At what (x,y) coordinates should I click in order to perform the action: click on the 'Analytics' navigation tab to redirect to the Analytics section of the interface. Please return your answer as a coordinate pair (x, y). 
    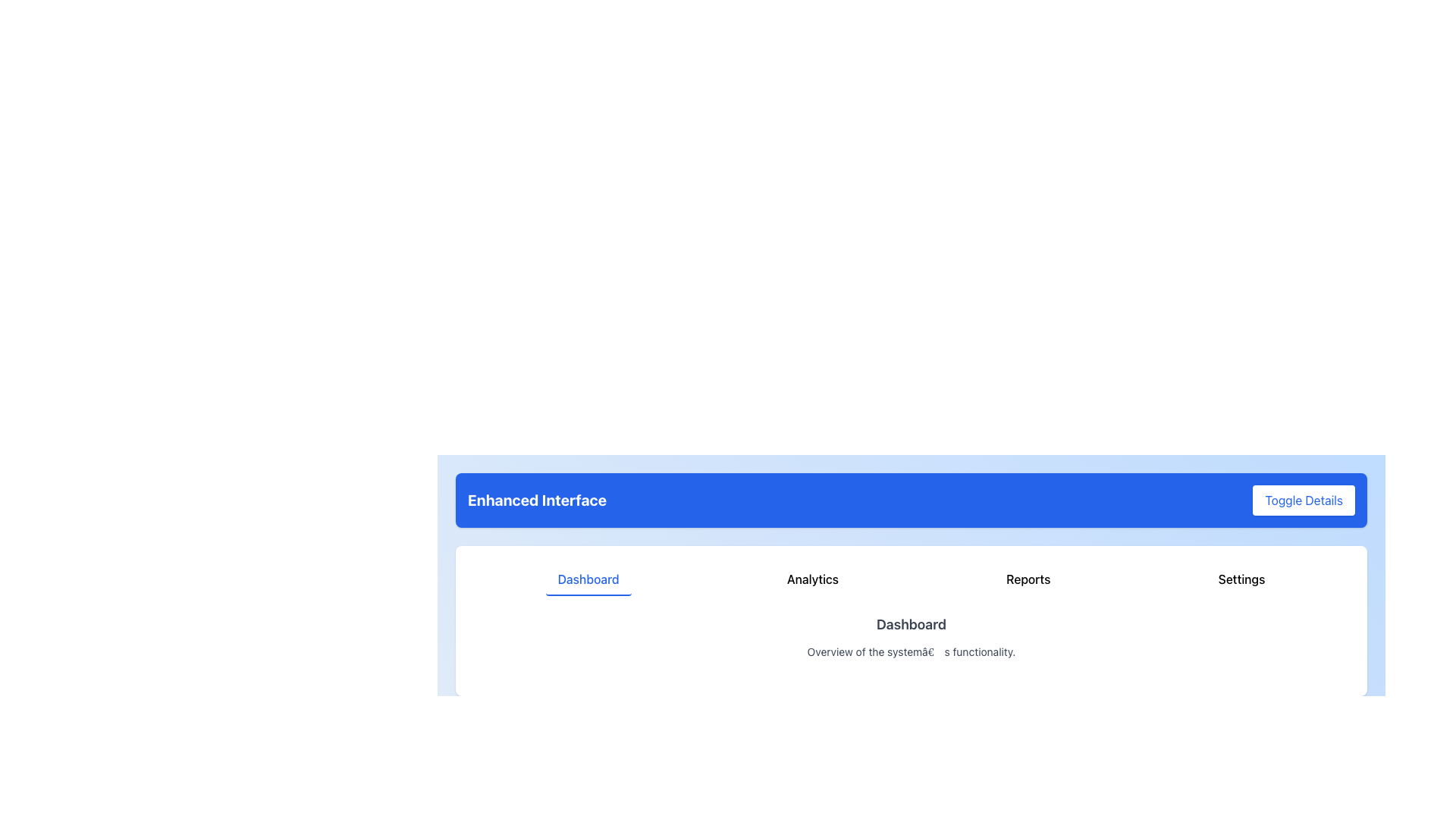
    Looking at the image, I should click on (811, 579).